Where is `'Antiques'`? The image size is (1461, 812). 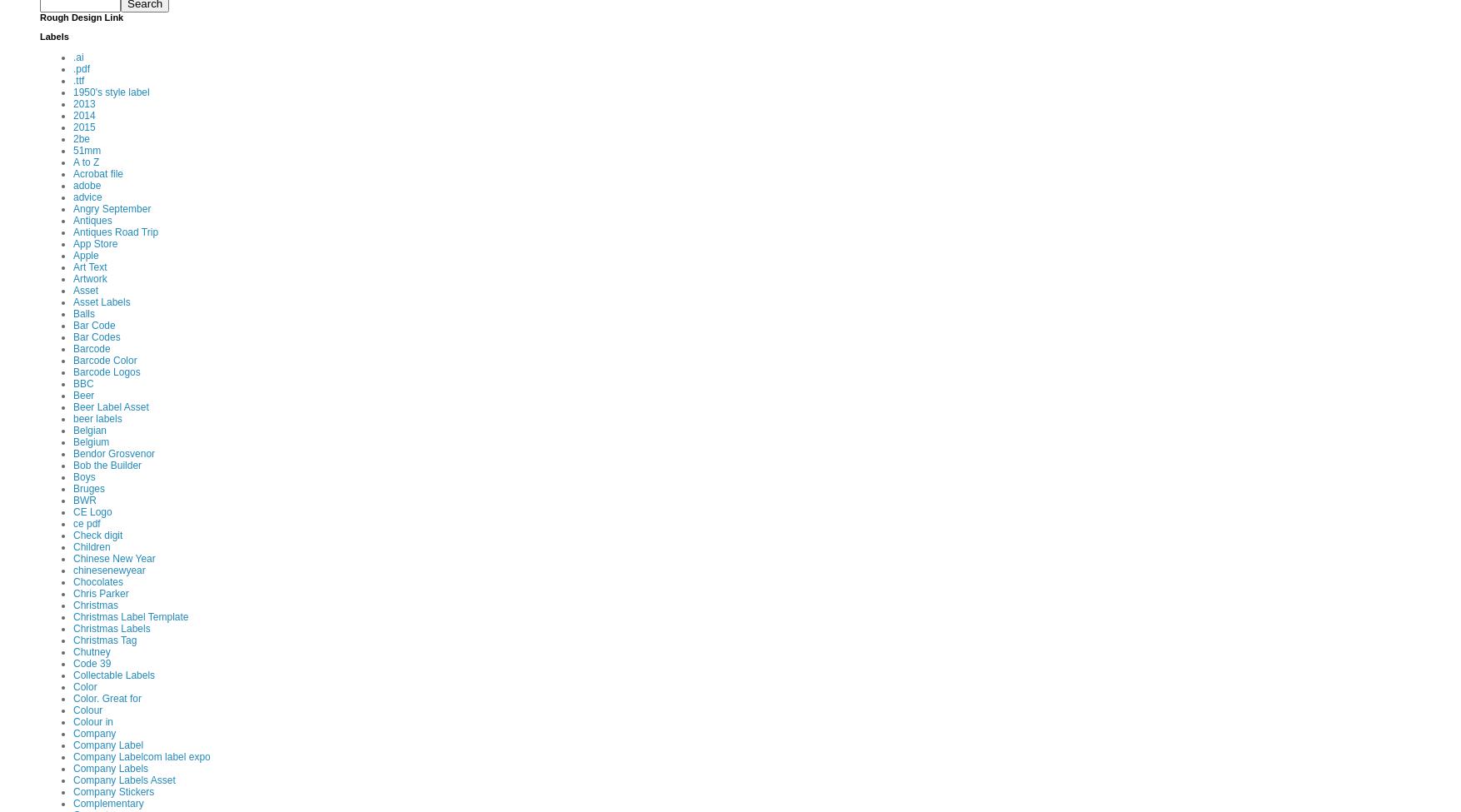 'Antiques' is located at coordinates (92, 220).